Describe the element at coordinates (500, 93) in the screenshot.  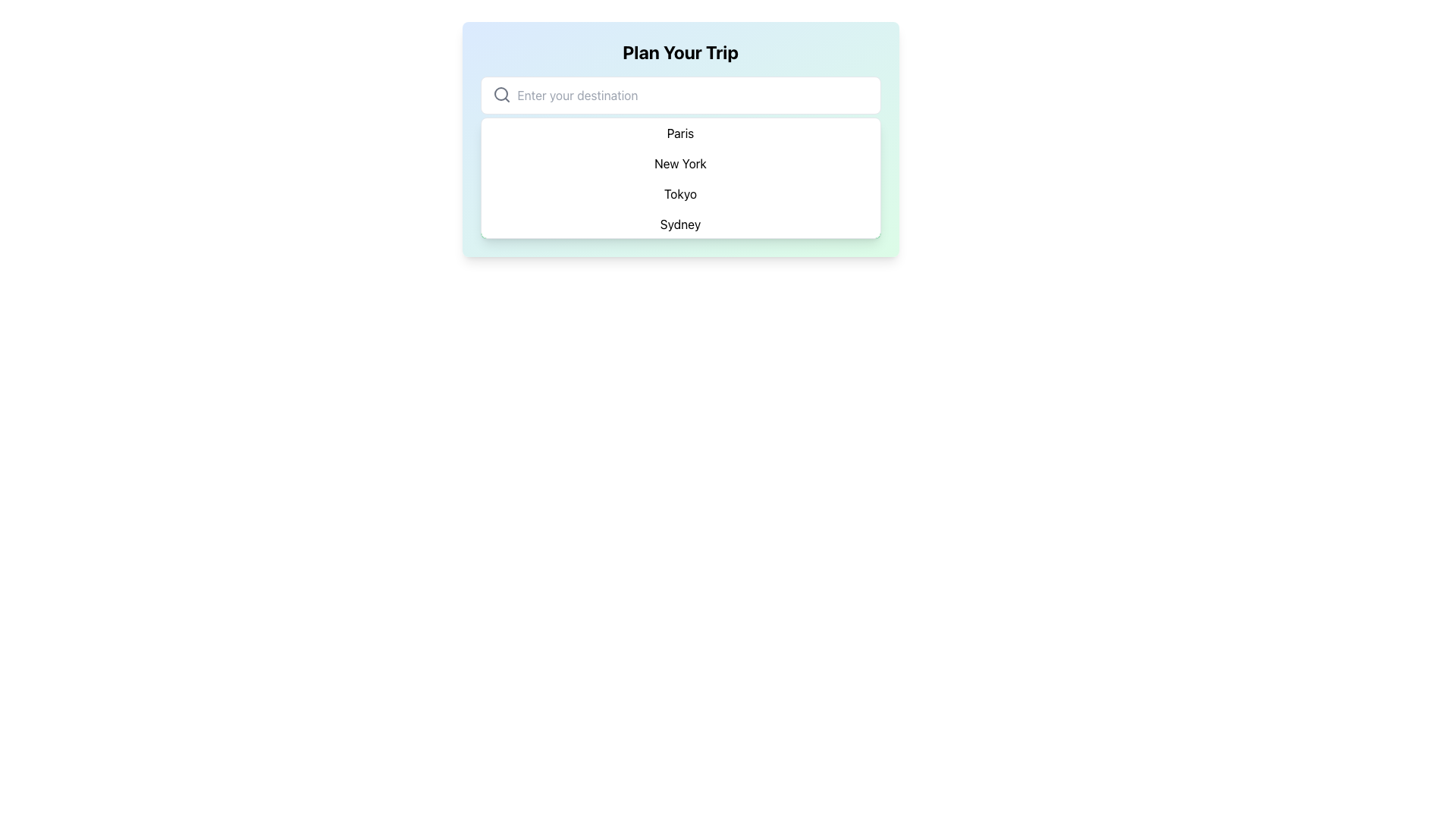
I see `the inner small circle of the search magnifying glass icon located to the left inside the search bar at the top of the interface` at that location.